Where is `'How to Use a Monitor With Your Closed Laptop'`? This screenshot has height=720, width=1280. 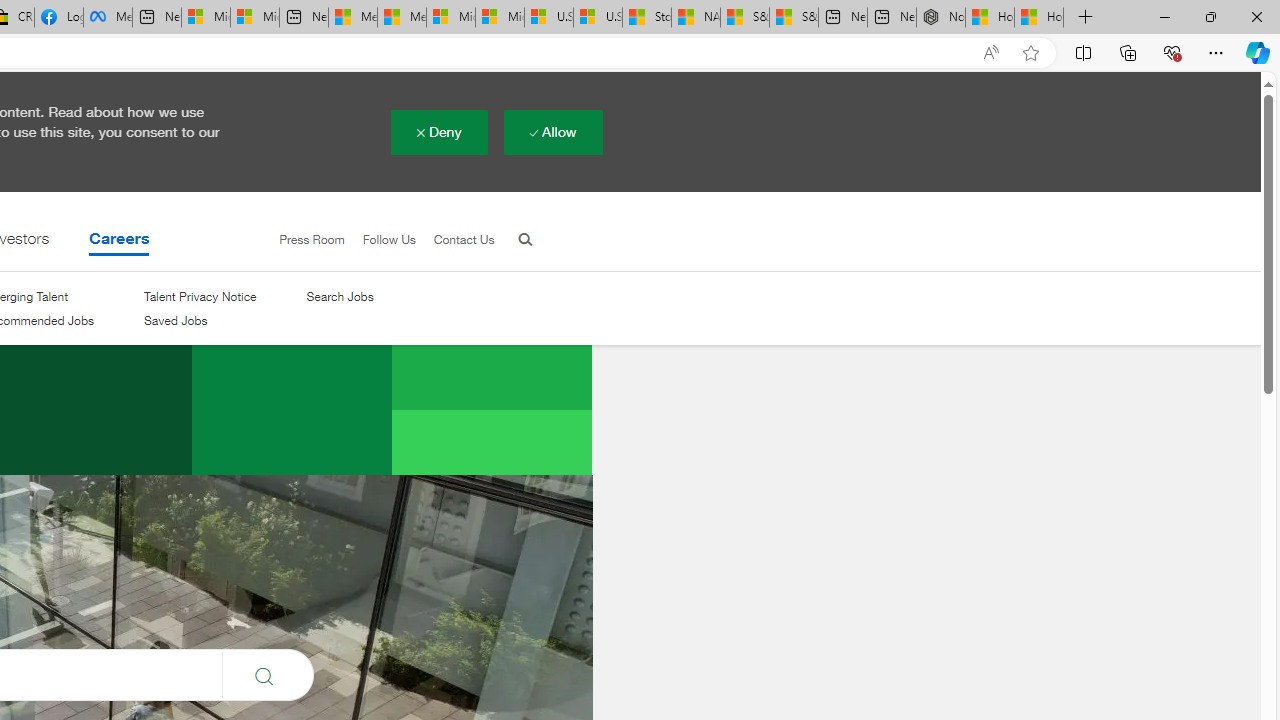
'How to Use a Monitor With Your Closed Laptop' is located at coordinates (1039, 17).